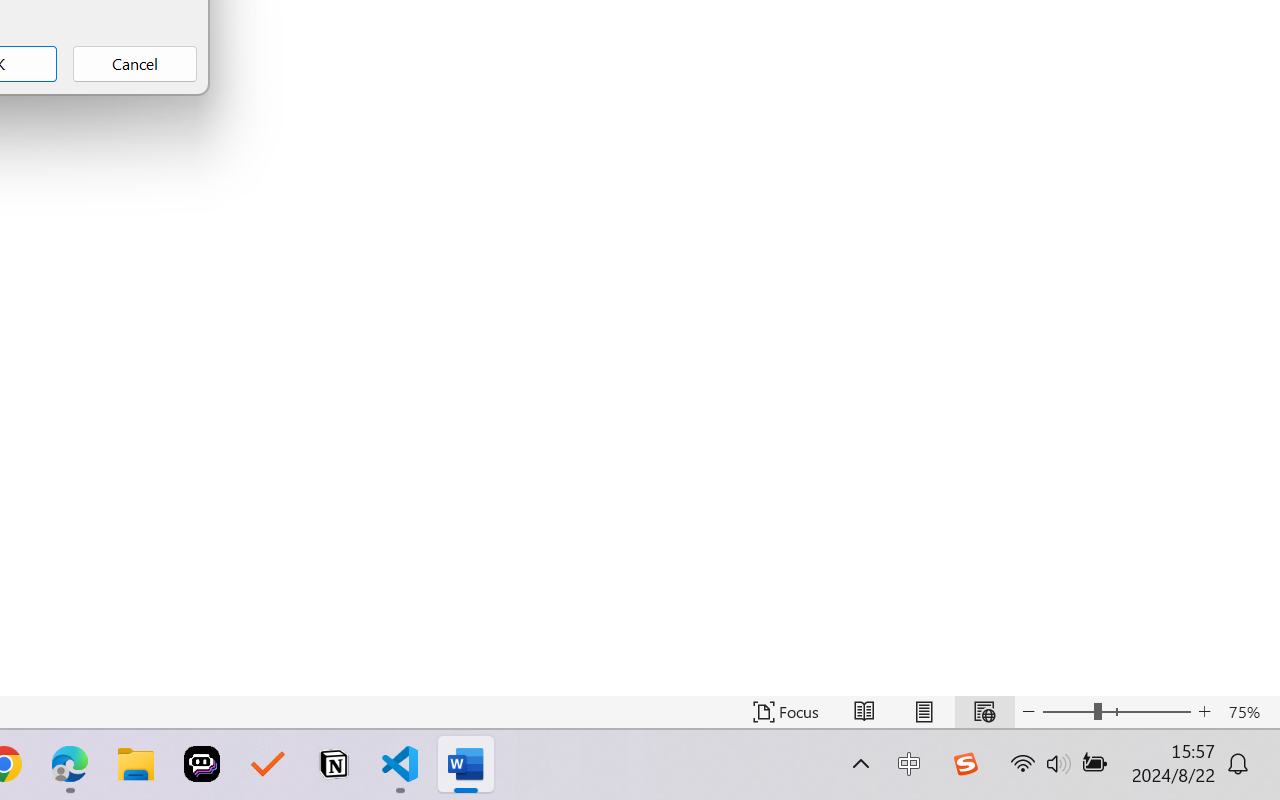  Describe the element at coordinates (1115, 711) in the screenshot. I see `'Zoom'` at that location.